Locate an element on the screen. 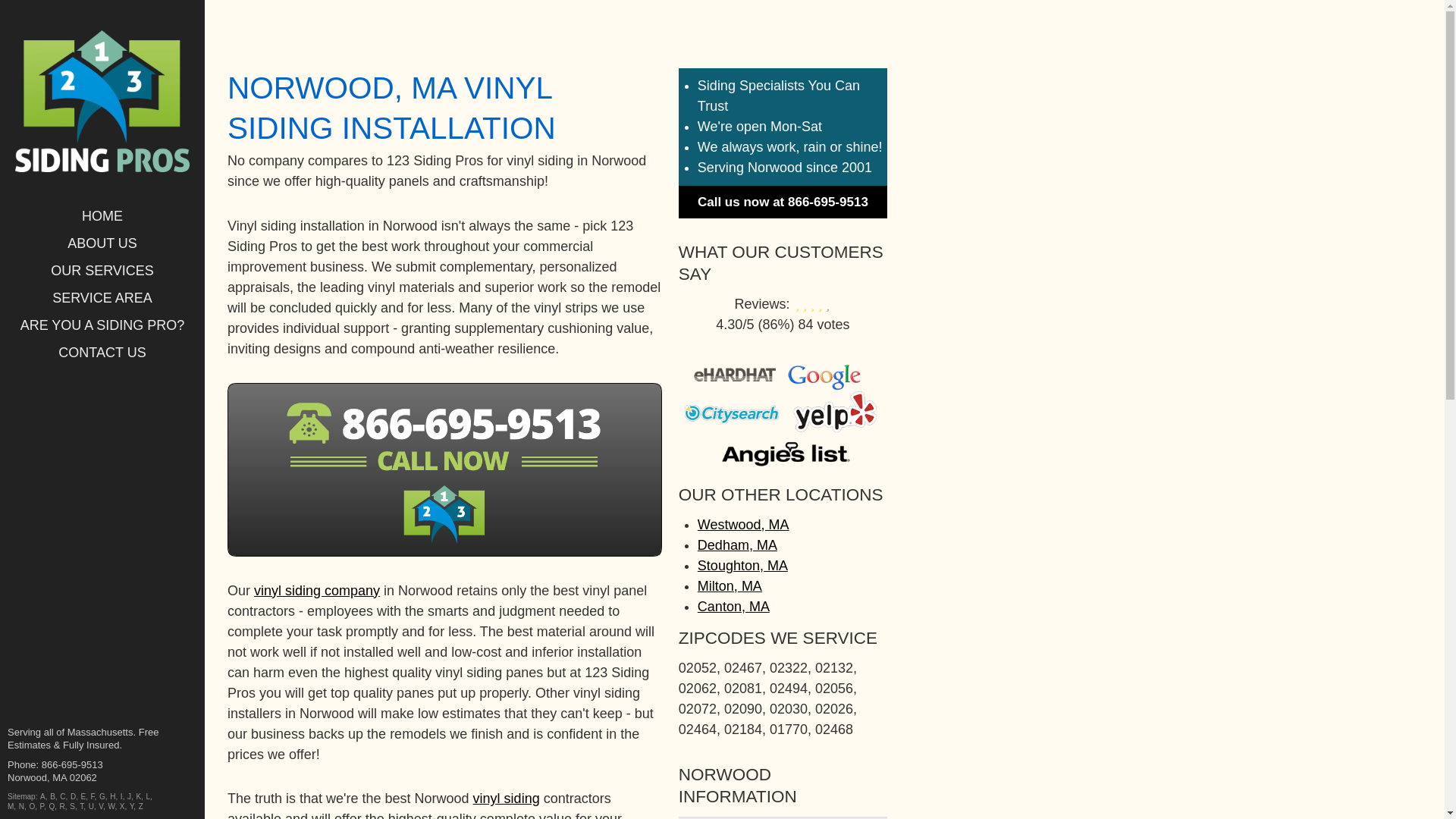 The width and height of the screenshot is (1456, 819). 'CONTACT US' is located at coordinates (101, 353).